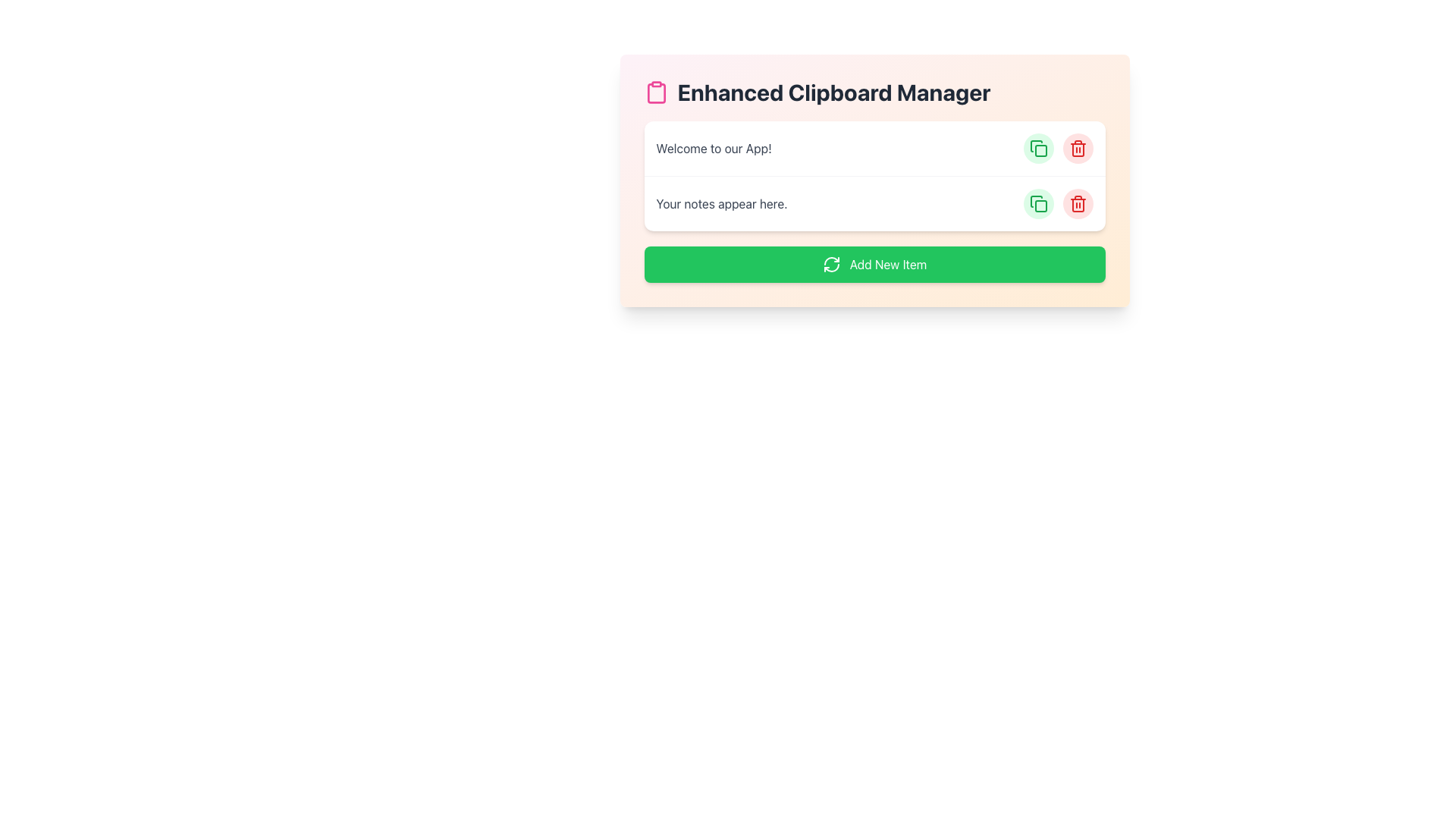  Describe the element at coordinates (1077, 203) in the screenshot. I see `the red trash can icon button` at that location.